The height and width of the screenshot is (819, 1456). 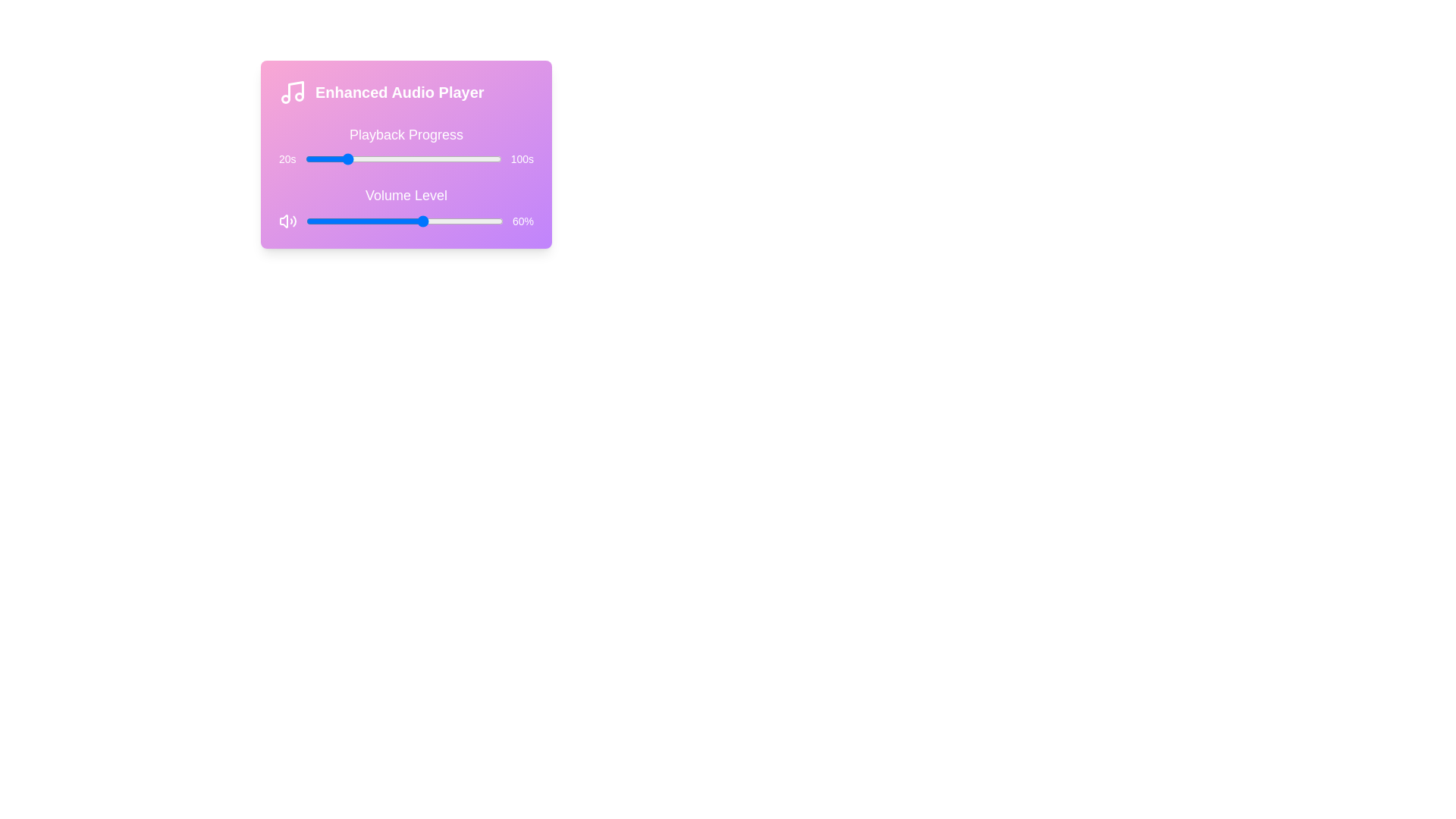 I want to click on the volume level to 5%, so click(x=315, y=221).